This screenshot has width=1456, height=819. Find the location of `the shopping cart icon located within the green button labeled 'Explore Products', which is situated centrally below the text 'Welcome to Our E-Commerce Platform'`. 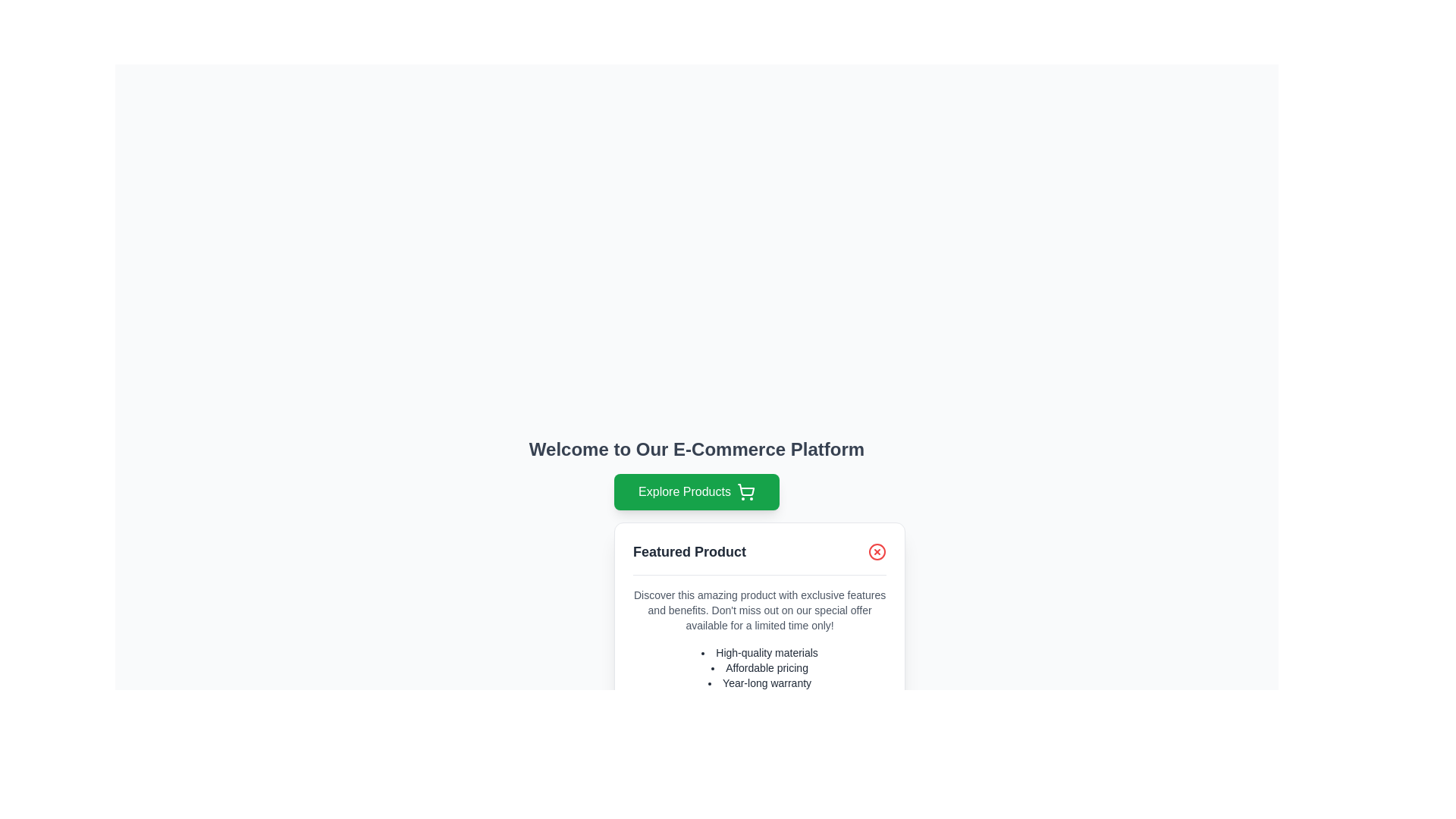

the shopping cart icon located within the green button labeled 'Explore Products', which is situated centrally below the text 'Welcome to Our E-Commerce Platform' is located at coordinates (745, 490).